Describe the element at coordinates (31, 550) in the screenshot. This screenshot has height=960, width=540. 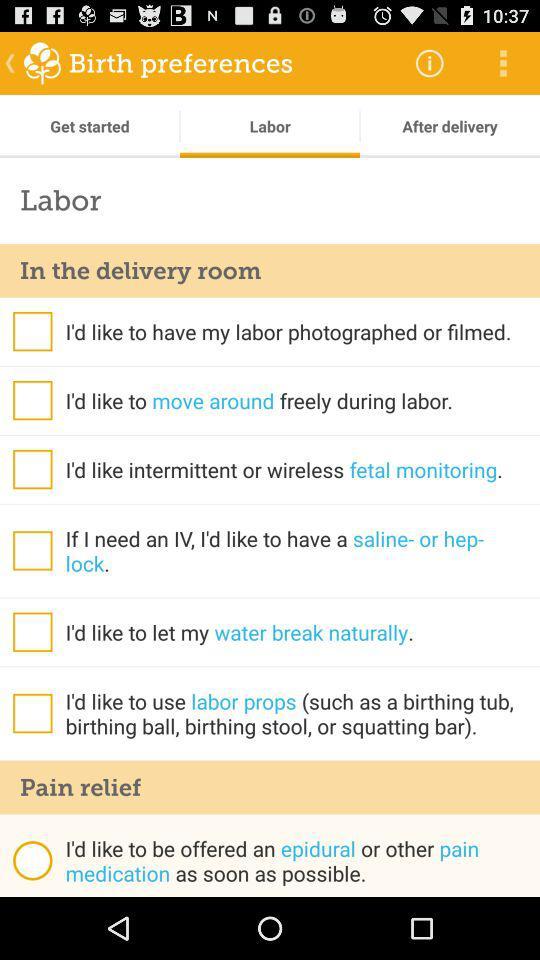
I see `if i need an iv i 'd like to have a saline- or hep- lock` at that location.